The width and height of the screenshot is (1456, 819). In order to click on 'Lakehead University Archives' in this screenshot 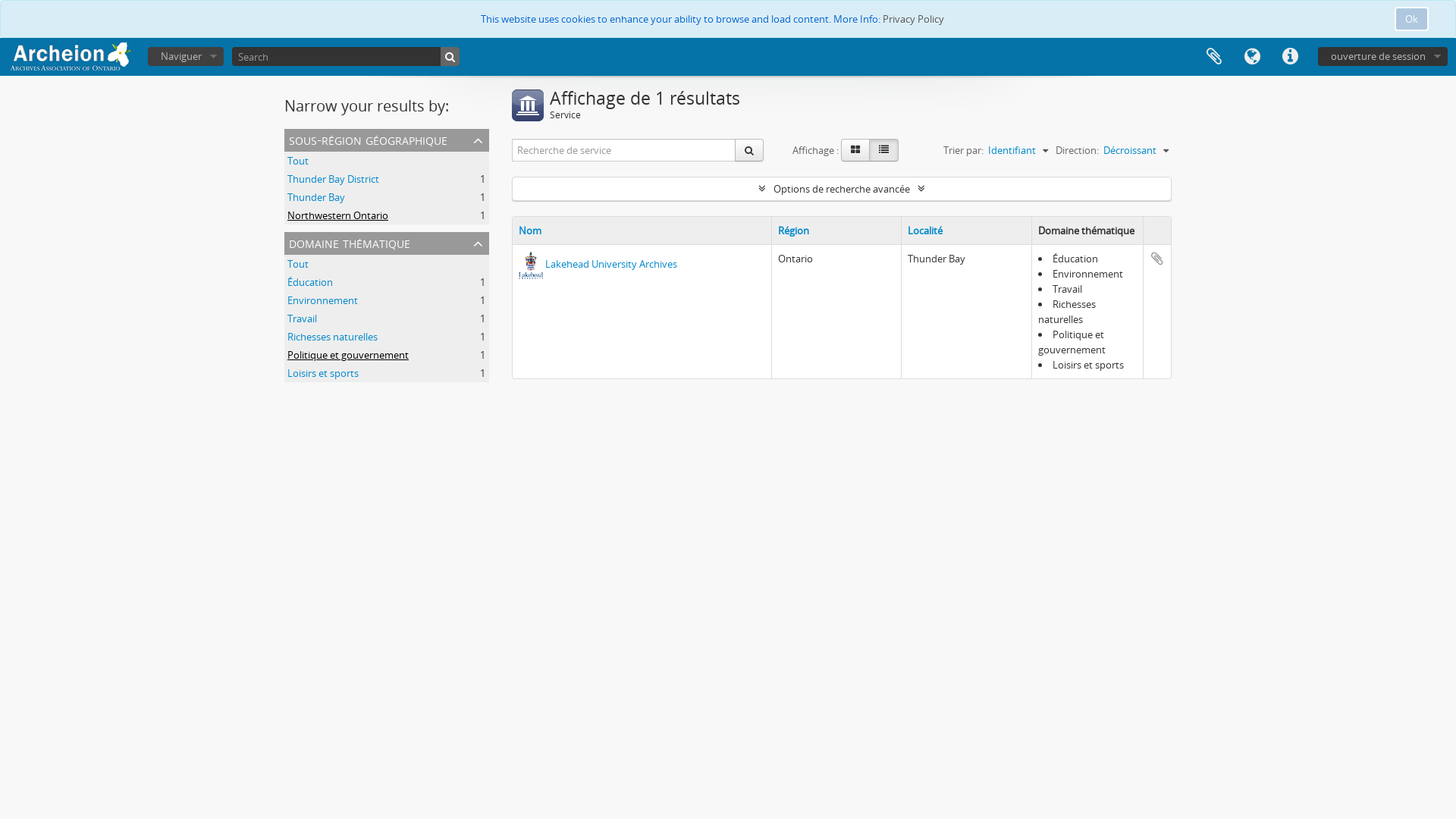, I will do `click(545, 262)`.